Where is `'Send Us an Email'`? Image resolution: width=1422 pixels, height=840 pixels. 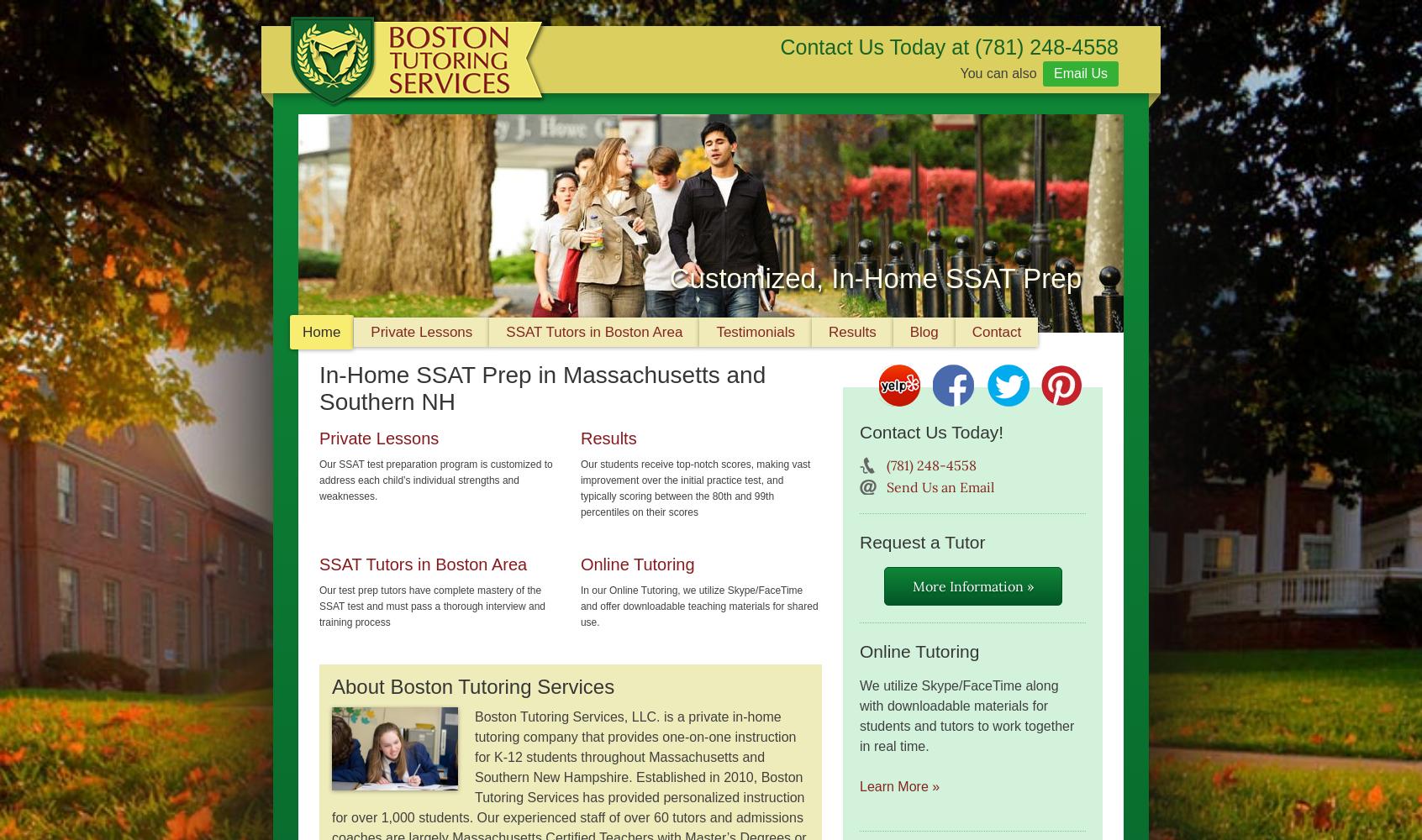
'Send Us an Email' is located at coordinates (940, 486).